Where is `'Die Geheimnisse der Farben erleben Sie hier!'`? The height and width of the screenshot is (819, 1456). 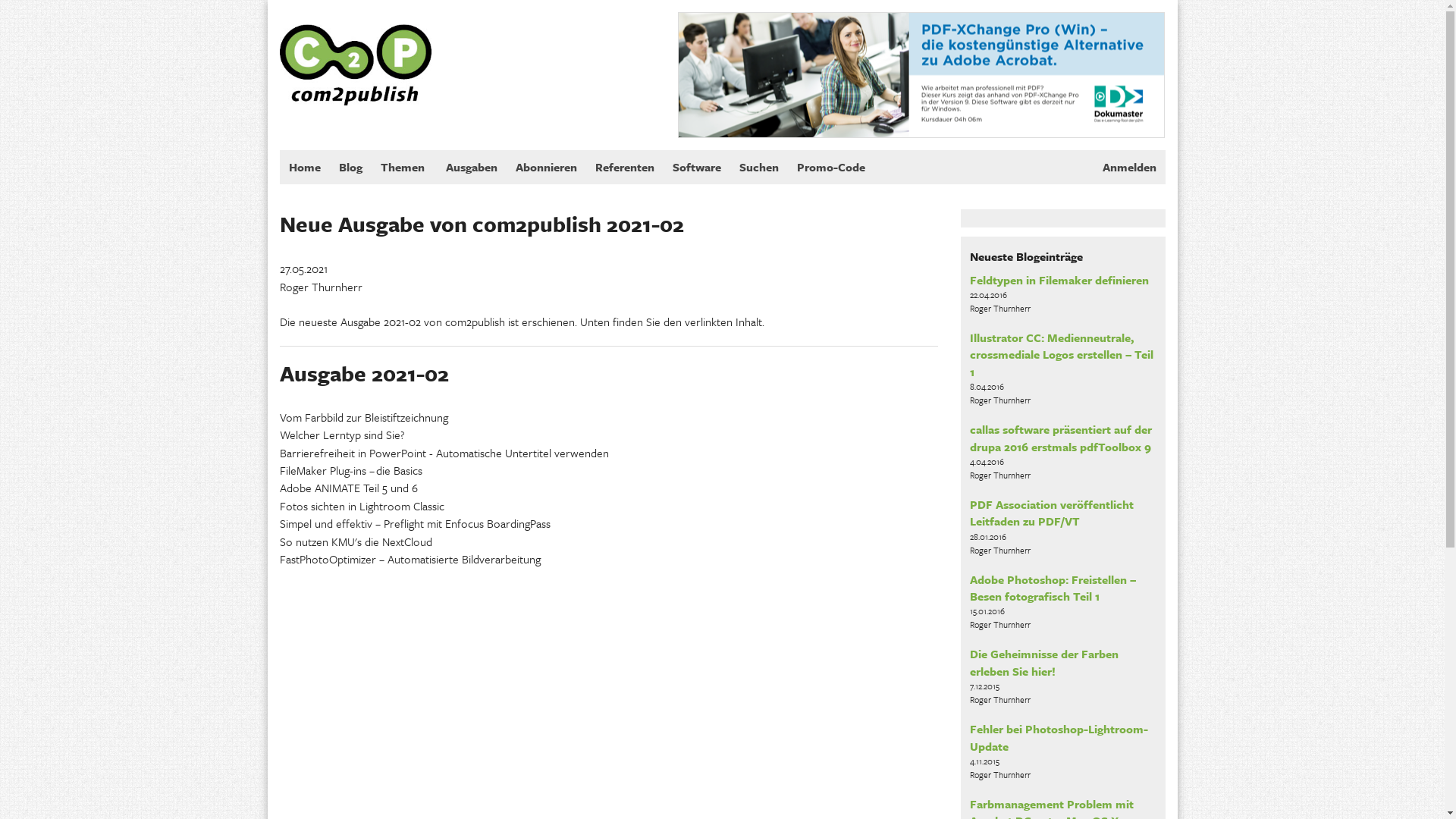
'Die Geheimnisse der Farben erleben Sie hier!' is located at coordinates (1043, 661).